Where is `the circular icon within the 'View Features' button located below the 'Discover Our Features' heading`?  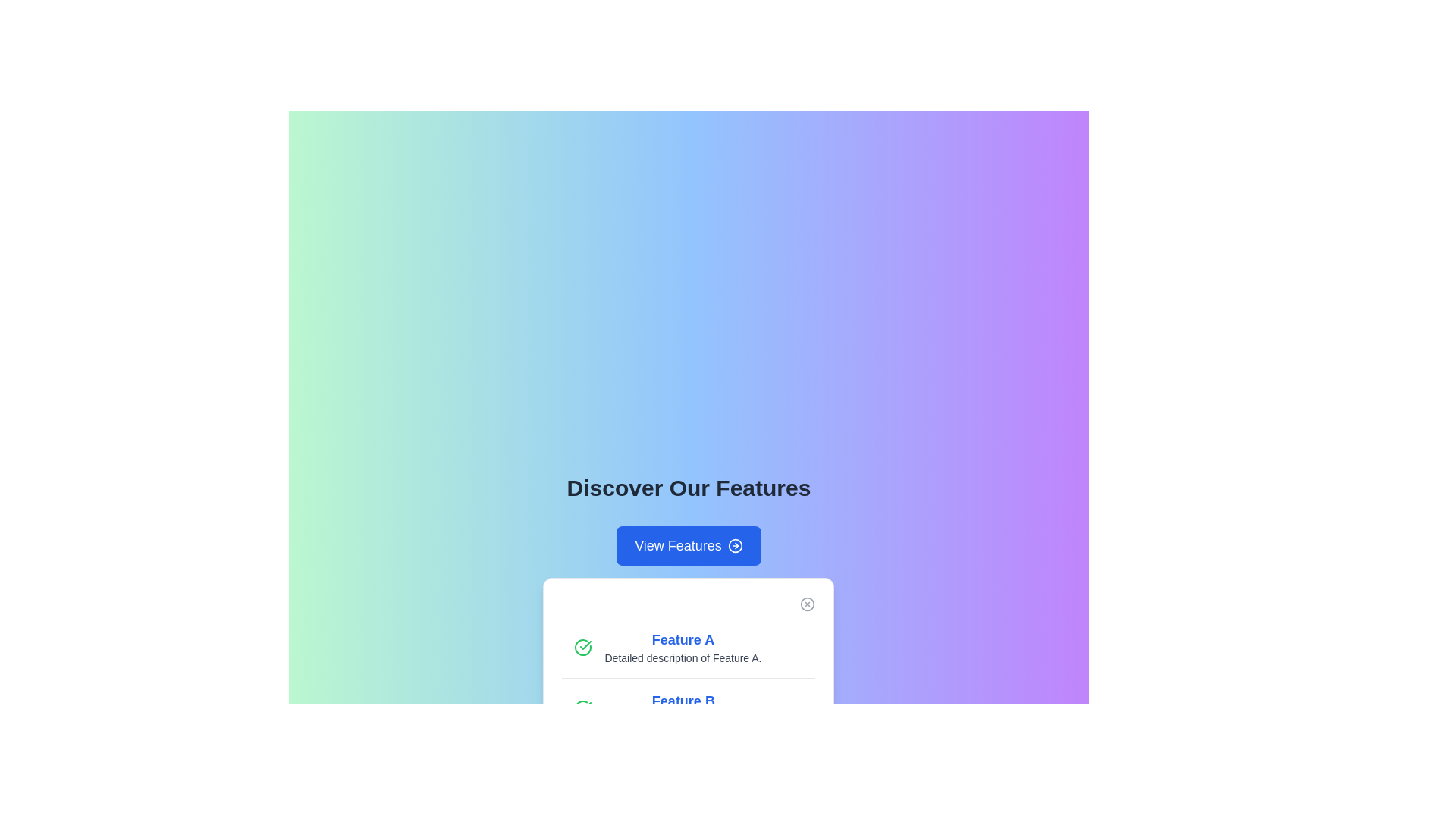
the circular icon within the 'View Features' button located below the 'Discover Our Features' heading is located at coordinates (735, 546).